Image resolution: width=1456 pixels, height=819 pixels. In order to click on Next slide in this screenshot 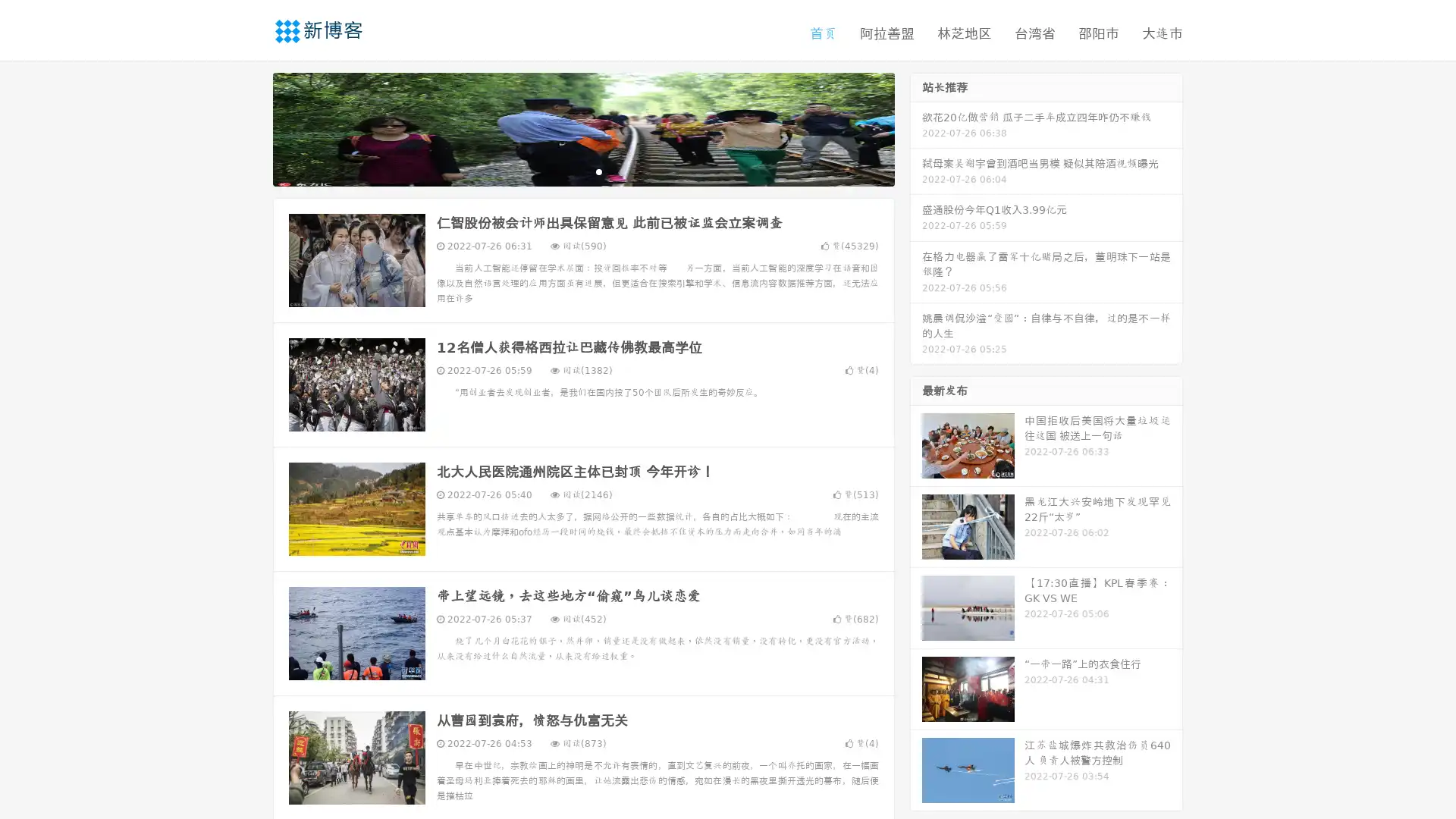, I will do `click(916, 127)`.